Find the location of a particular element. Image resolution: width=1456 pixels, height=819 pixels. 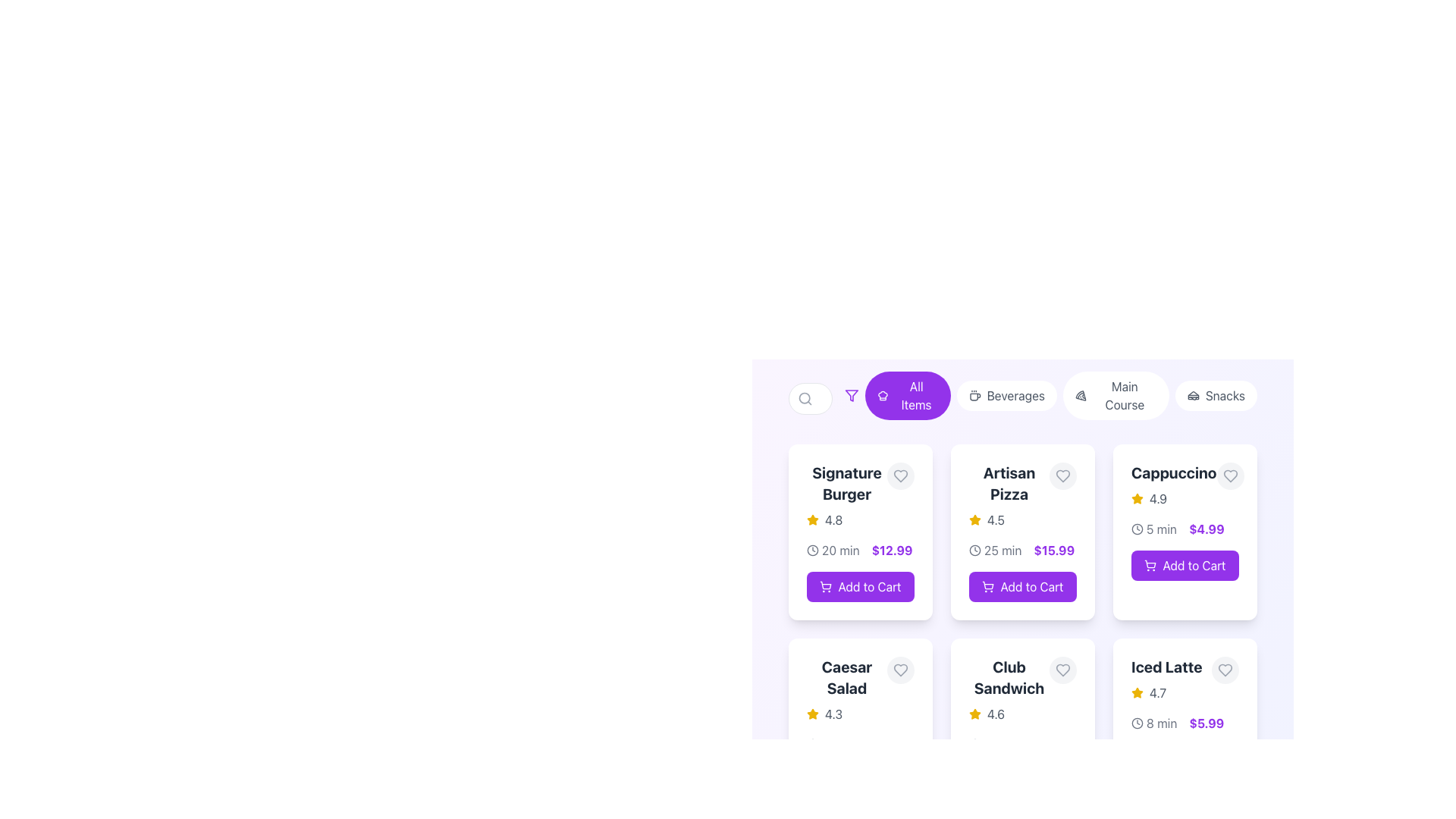

price displayed in the bold purple font, which shows '$8.99' beneath the 'Caesar Salad' card in the second row, first column of the grid layout is located at coordinates (887, 744).